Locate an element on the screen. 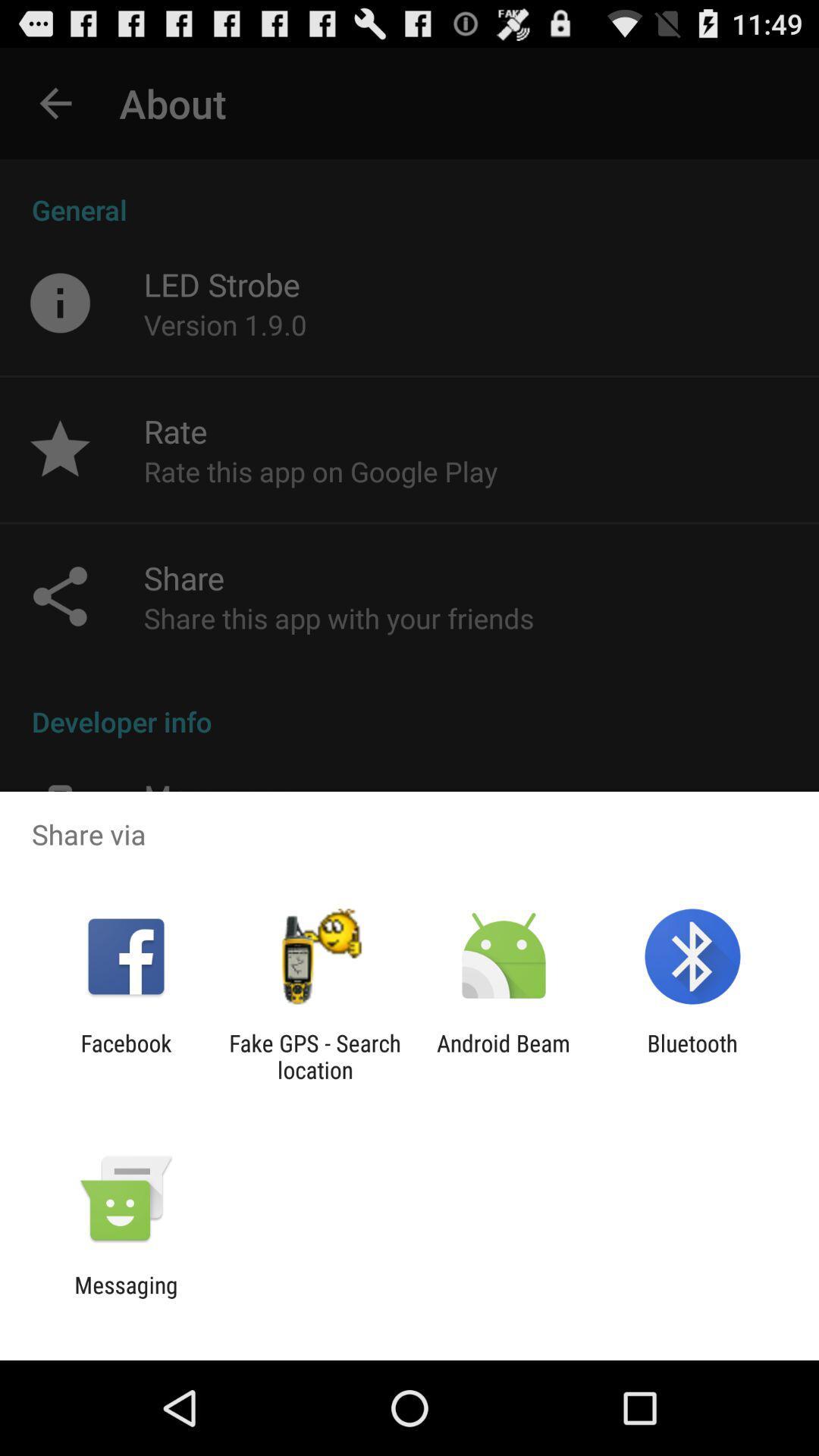  facebook item is located at coordinates (125, 1056).